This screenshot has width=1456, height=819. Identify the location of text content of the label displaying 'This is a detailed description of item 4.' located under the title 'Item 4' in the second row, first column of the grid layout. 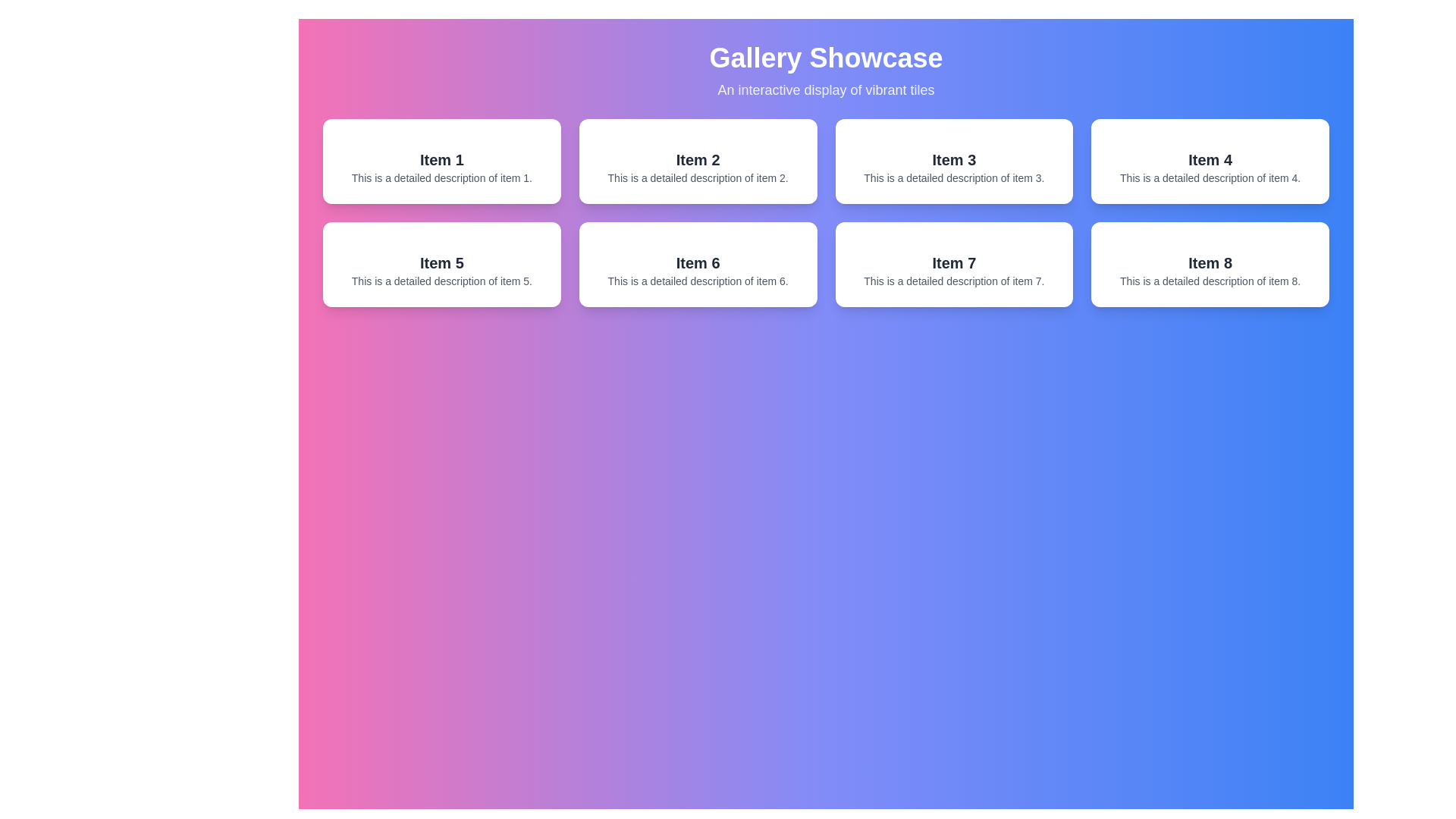
(1210, 177).